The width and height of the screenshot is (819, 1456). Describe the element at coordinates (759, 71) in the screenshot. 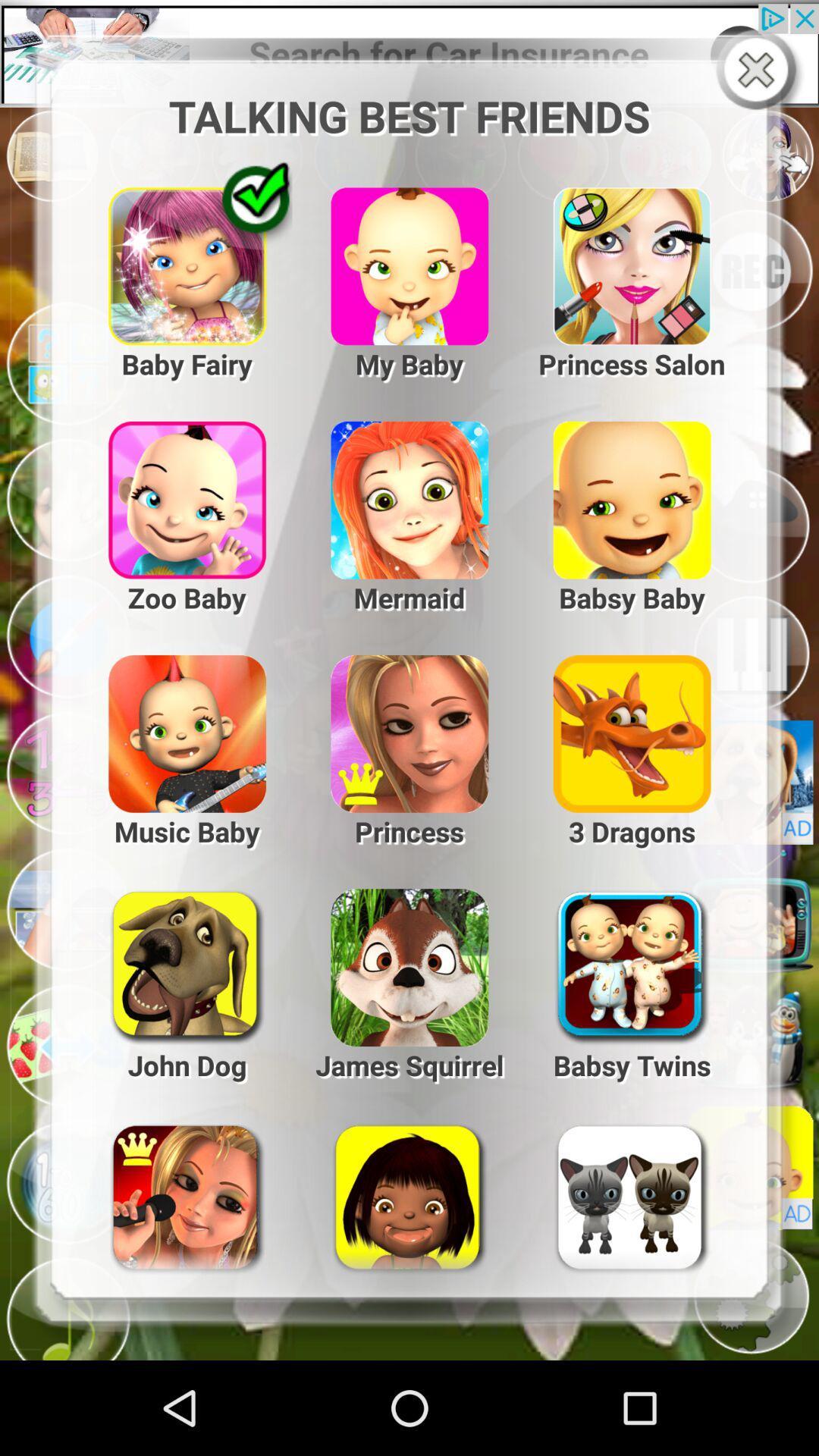

I see `switch close` at that location.